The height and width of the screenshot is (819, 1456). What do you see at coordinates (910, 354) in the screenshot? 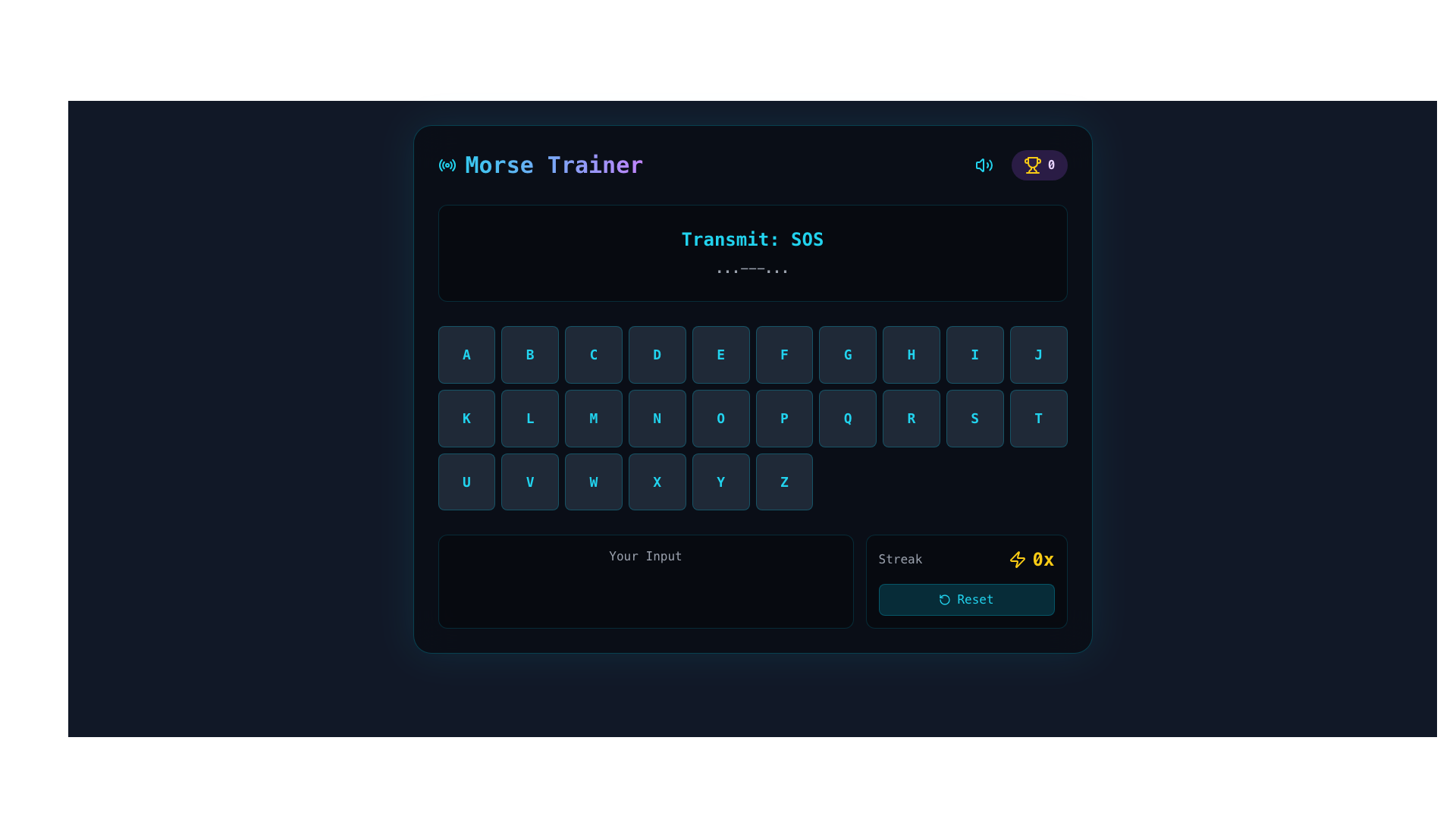
I see `the button labeled 'H', which is the eighth button in the first row of a grid of alphabetic buttons, located between 'G' and 'I'` at bounding box center [910, 354].